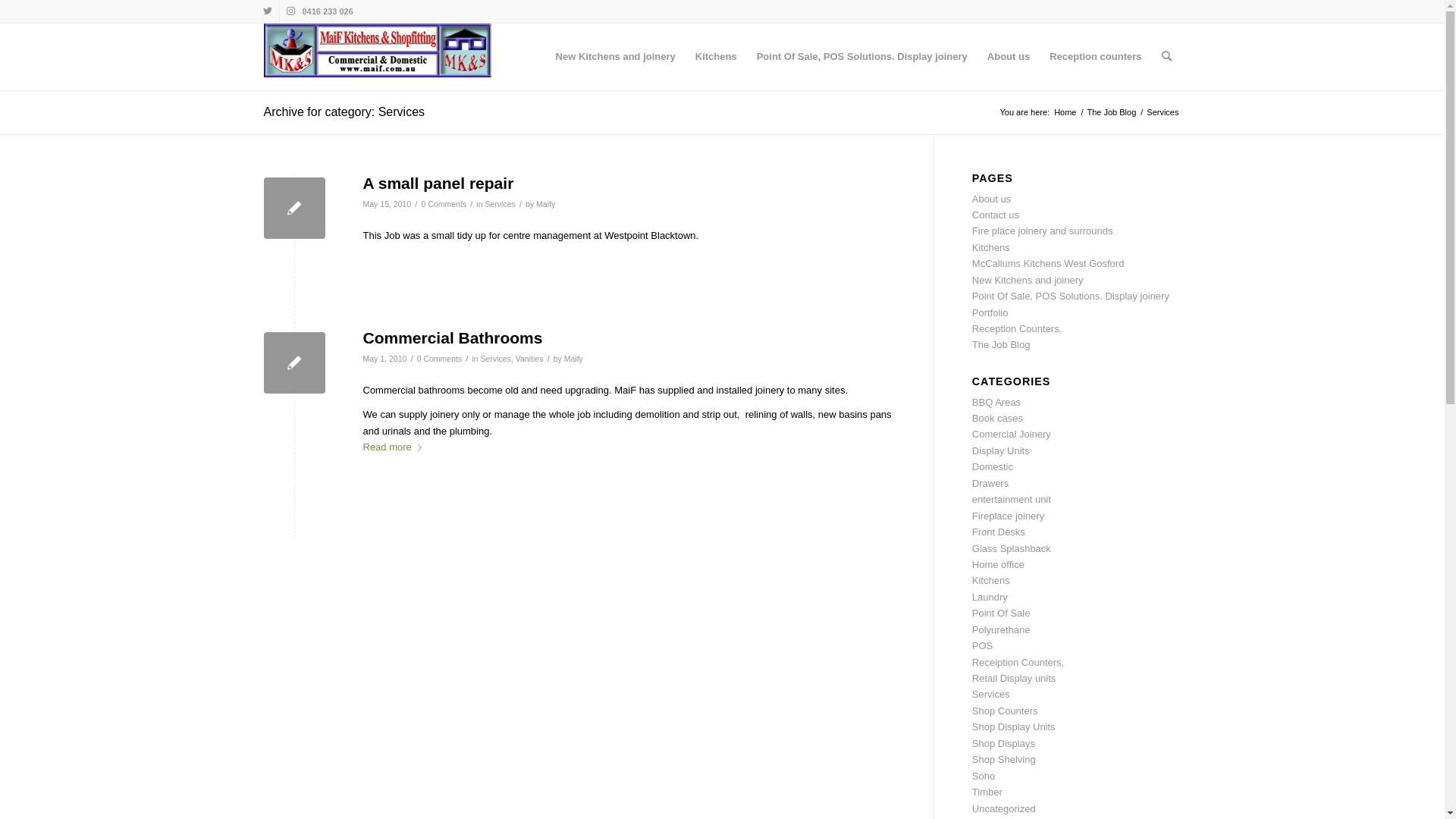 The width and height of the screenshot is (1456, 819). What do you see at coordinates (1095, 55) in the screenshot?
I see `'Reception counters'` at bounding box center [1095, 55].